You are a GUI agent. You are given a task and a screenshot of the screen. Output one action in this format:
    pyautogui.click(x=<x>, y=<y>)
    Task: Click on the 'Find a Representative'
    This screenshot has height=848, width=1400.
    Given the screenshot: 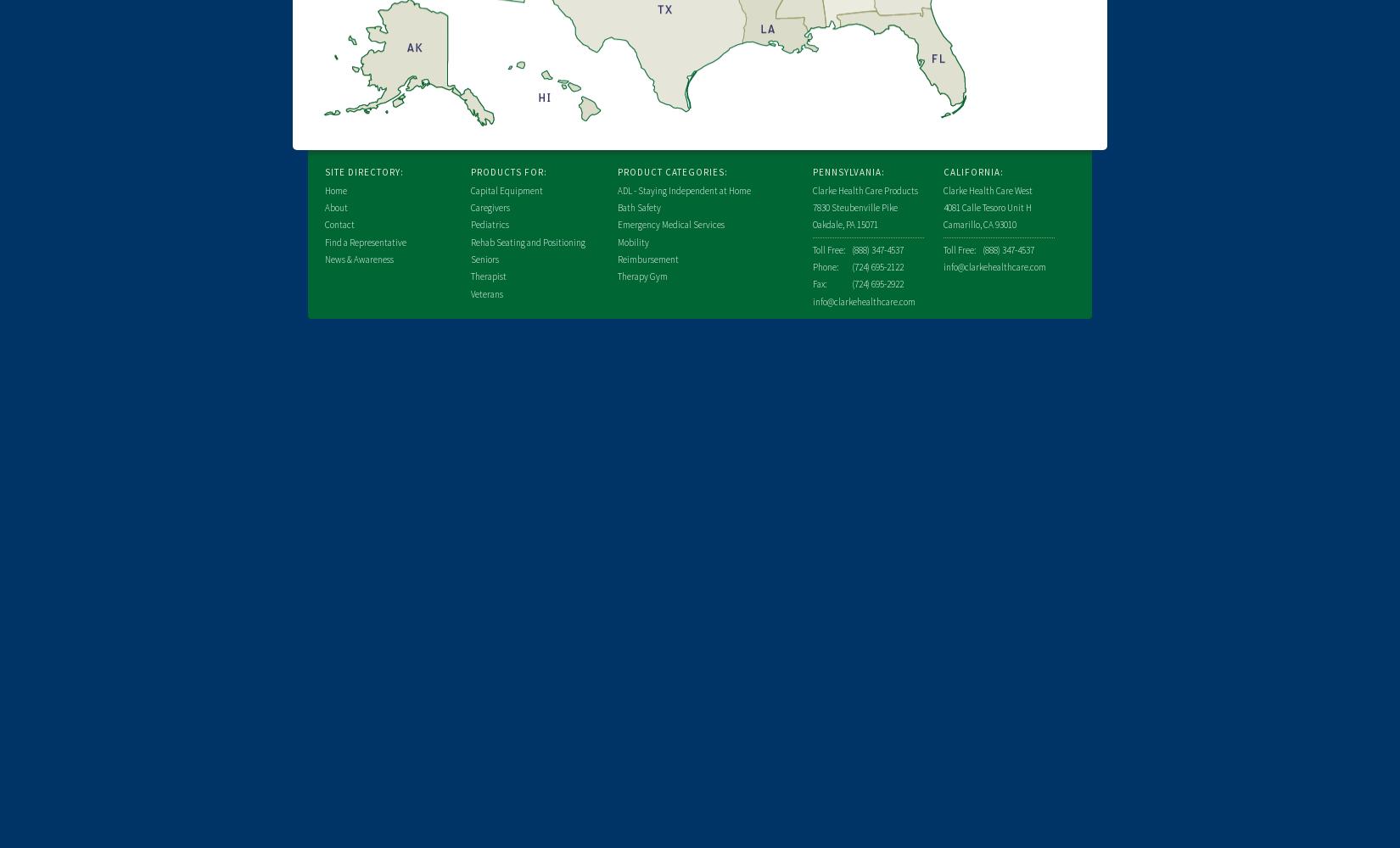 What is the action you would take?
    pyautogui.click(x=324, y=242)
    